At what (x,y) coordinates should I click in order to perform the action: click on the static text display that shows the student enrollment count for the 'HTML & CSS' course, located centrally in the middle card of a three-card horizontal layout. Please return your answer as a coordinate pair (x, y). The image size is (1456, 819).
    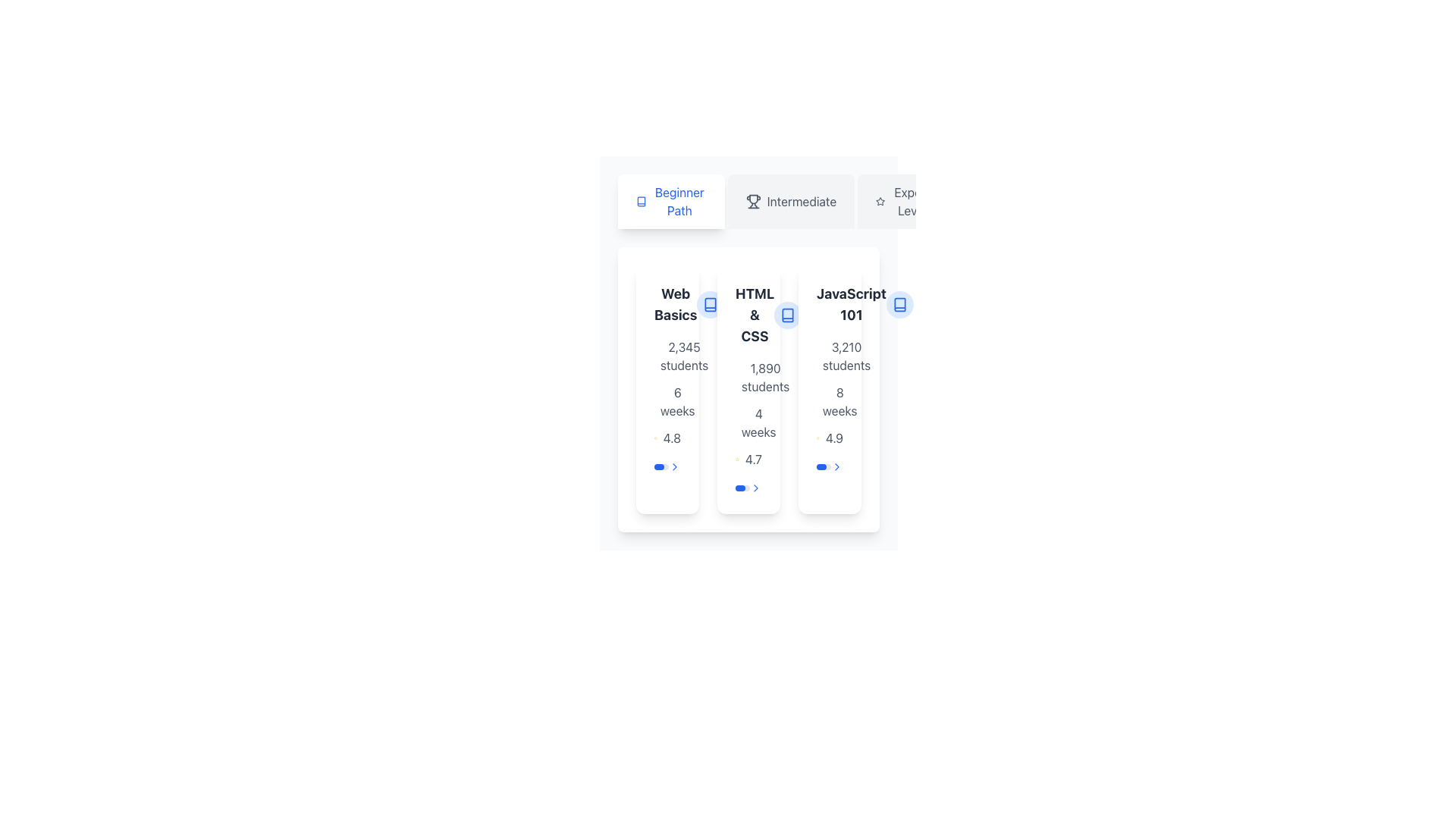
    Looking at the image, I should click on (765, 376).